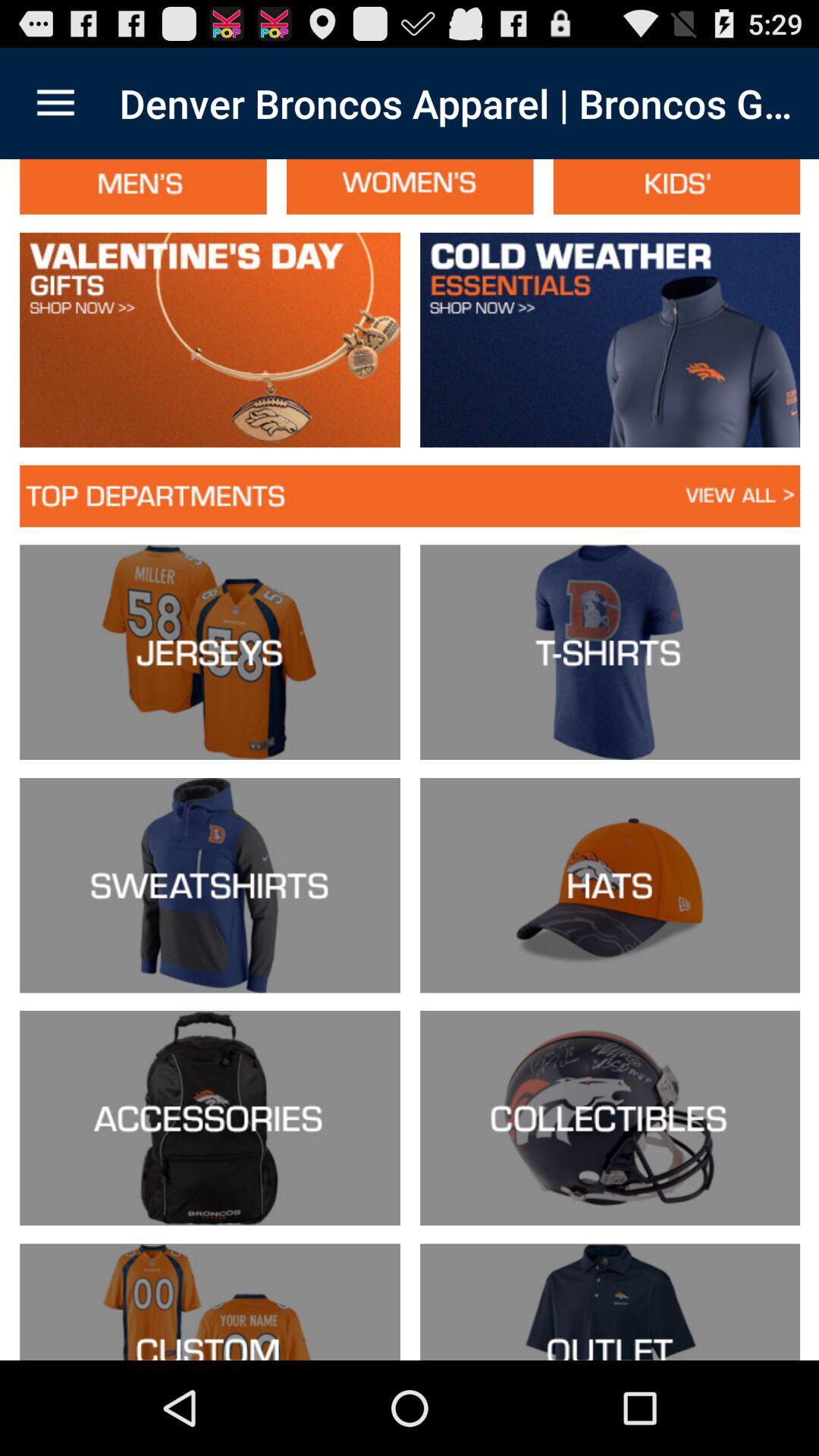  I want to click on the icon at the top left corner, so click(55, 102).